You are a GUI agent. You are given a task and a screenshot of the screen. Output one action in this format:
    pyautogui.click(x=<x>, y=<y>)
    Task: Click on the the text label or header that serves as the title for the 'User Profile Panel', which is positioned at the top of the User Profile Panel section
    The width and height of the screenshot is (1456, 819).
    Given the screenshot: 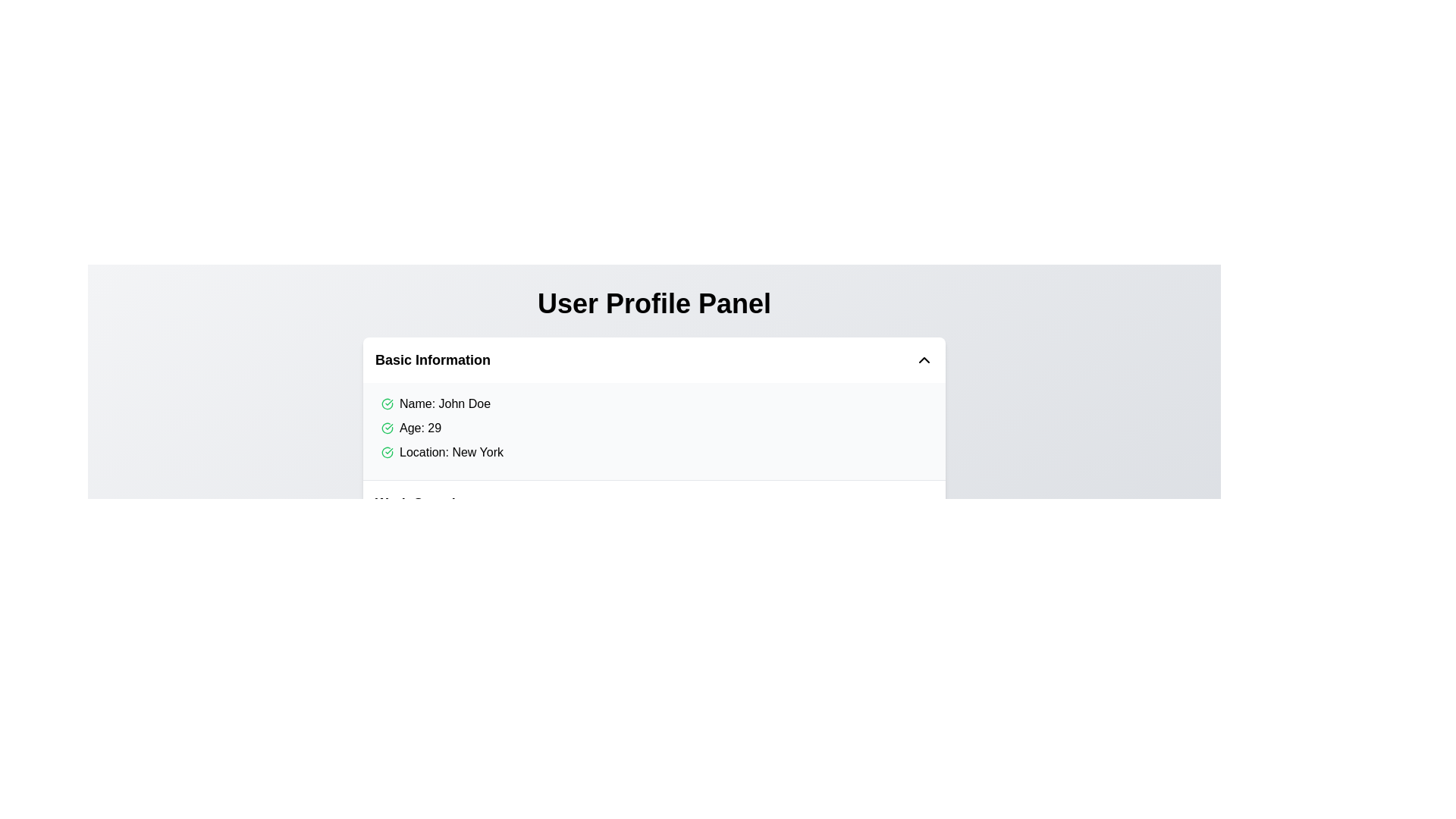 What is the action you would take?
    pyautogui.click(x=654, y=304)
    